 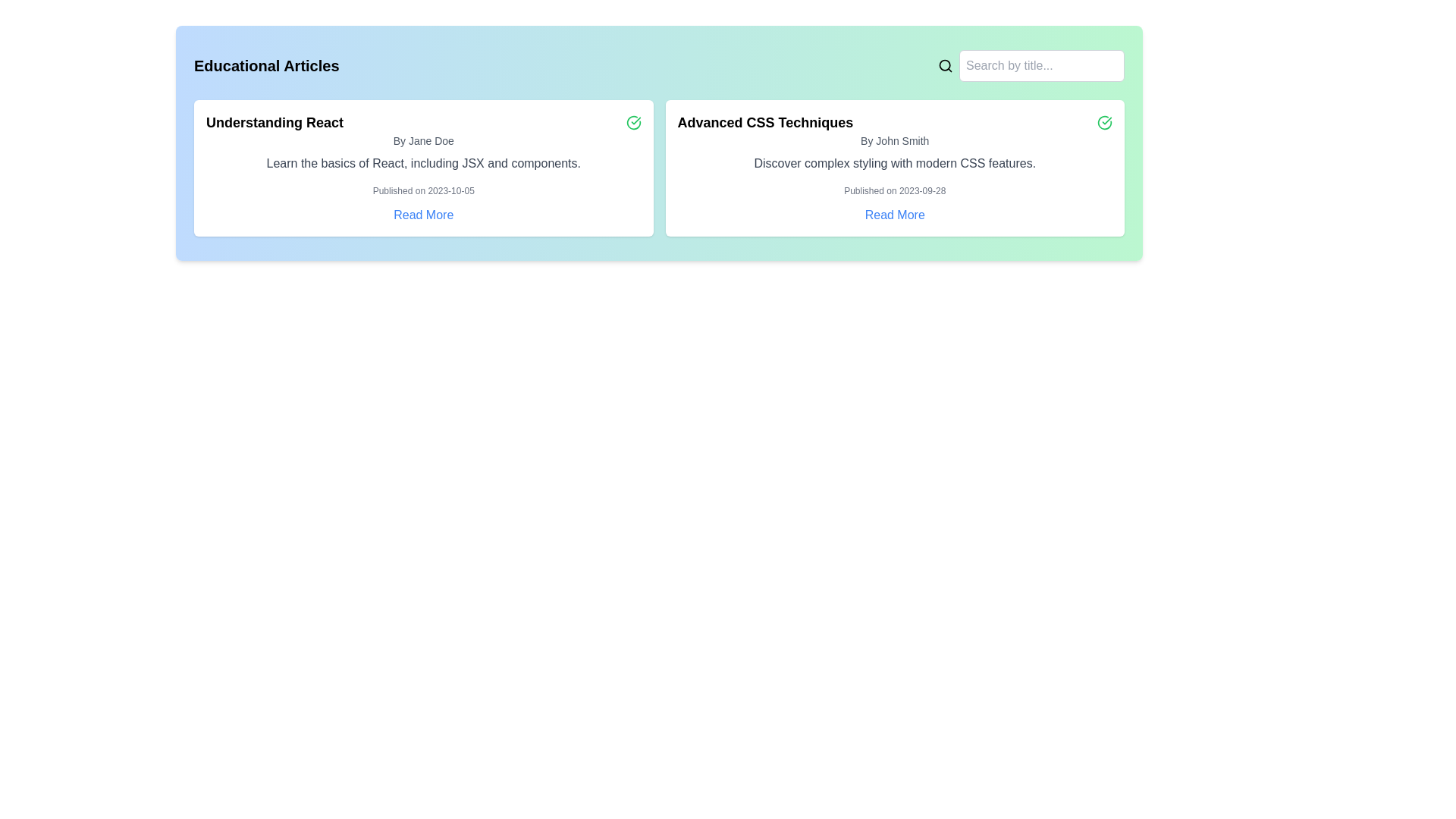 I want to click on text label that contains 'By John Smith', which is styled in gray and located below the title 'Advanced CSS Techniques' within the article card, so click(x=895, y=140).